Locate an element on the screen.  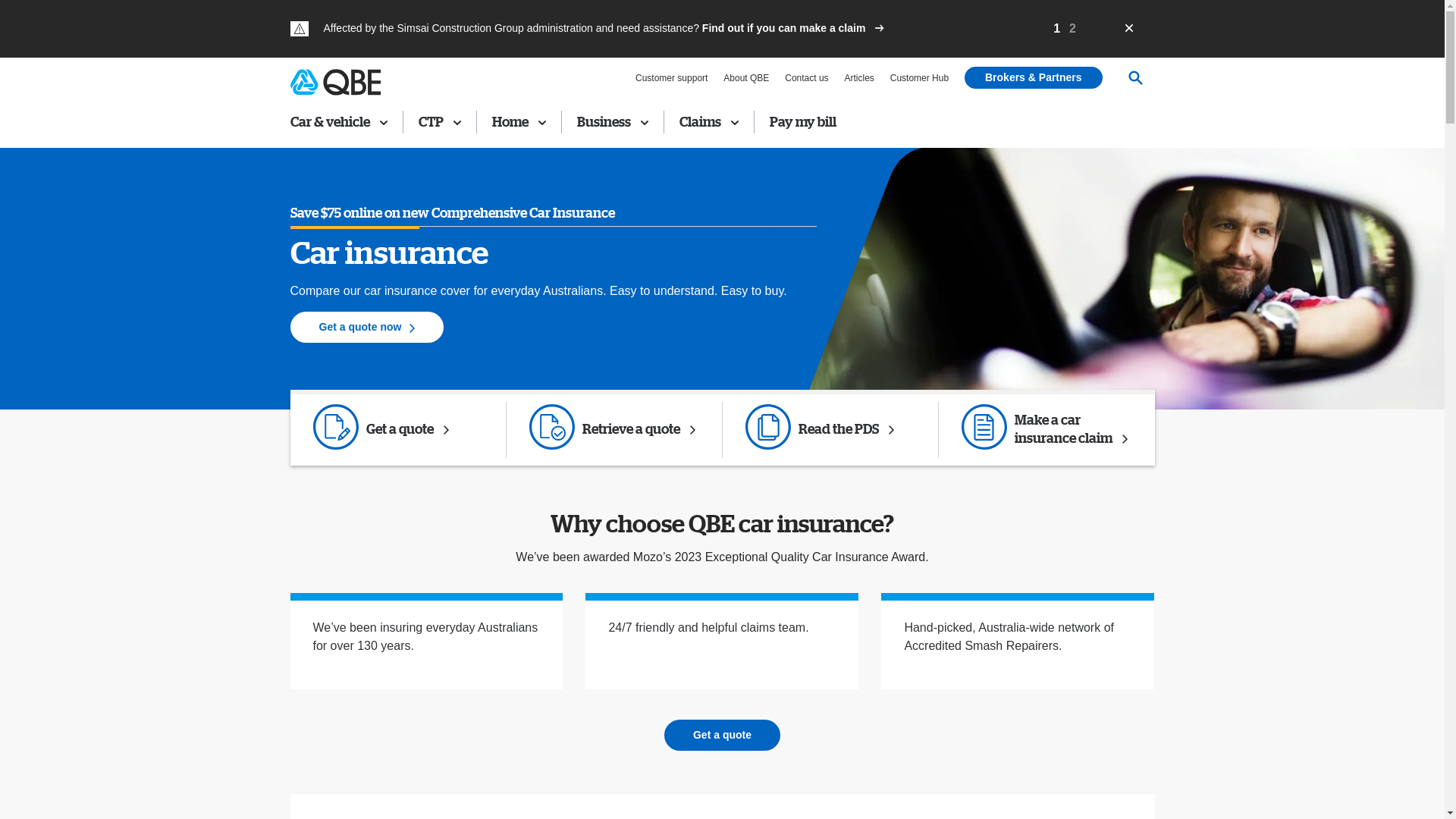
'Get a quote Created with Sketch. is located at coordinates (312, 430).